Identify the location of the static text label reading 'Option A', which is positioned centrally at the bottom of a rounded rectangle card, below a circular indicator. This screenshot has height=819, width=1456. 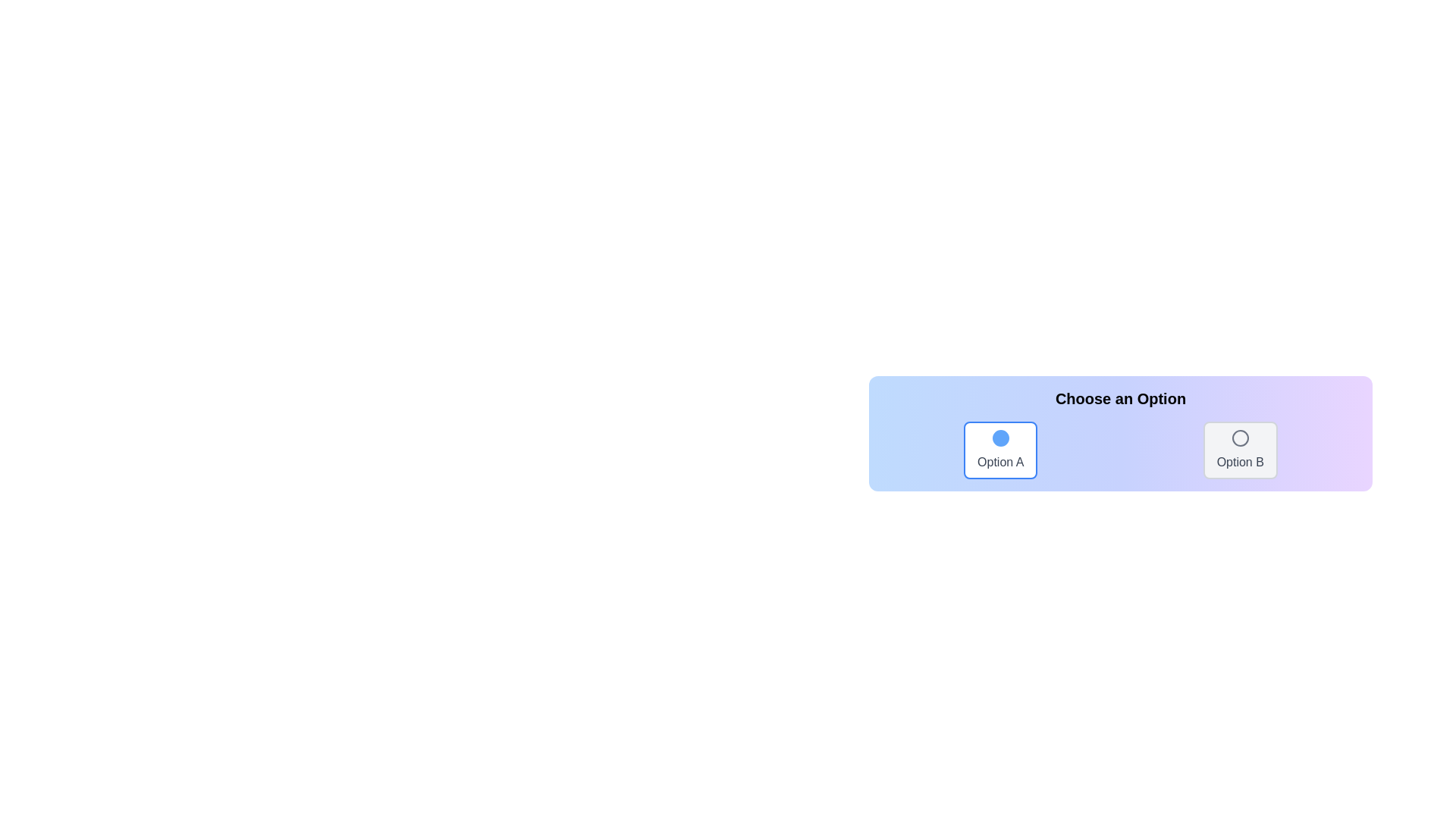
(1000, 461).